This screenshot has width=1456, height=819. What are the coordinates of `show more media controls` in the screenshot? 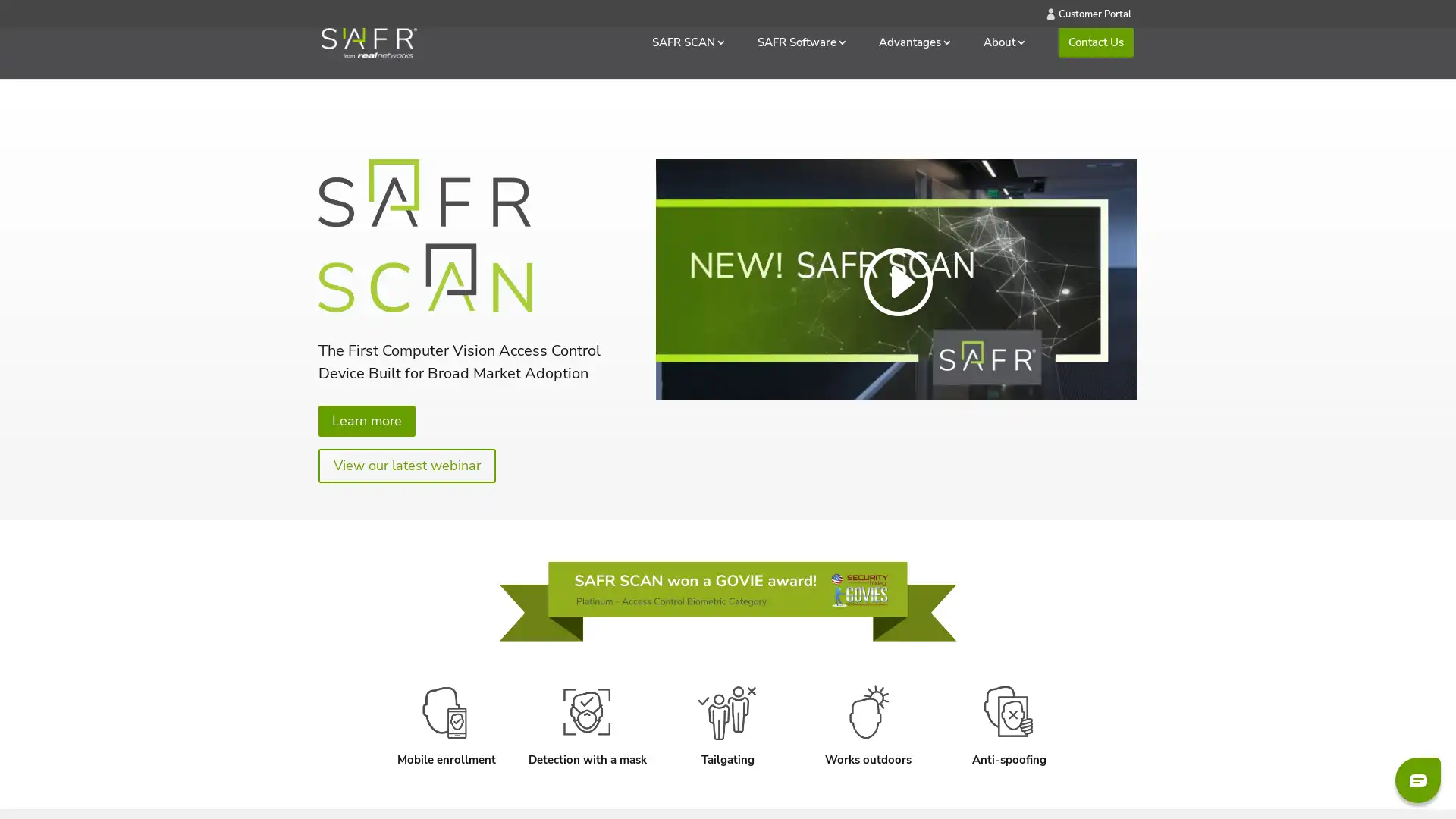 It's located at (1118, 362).